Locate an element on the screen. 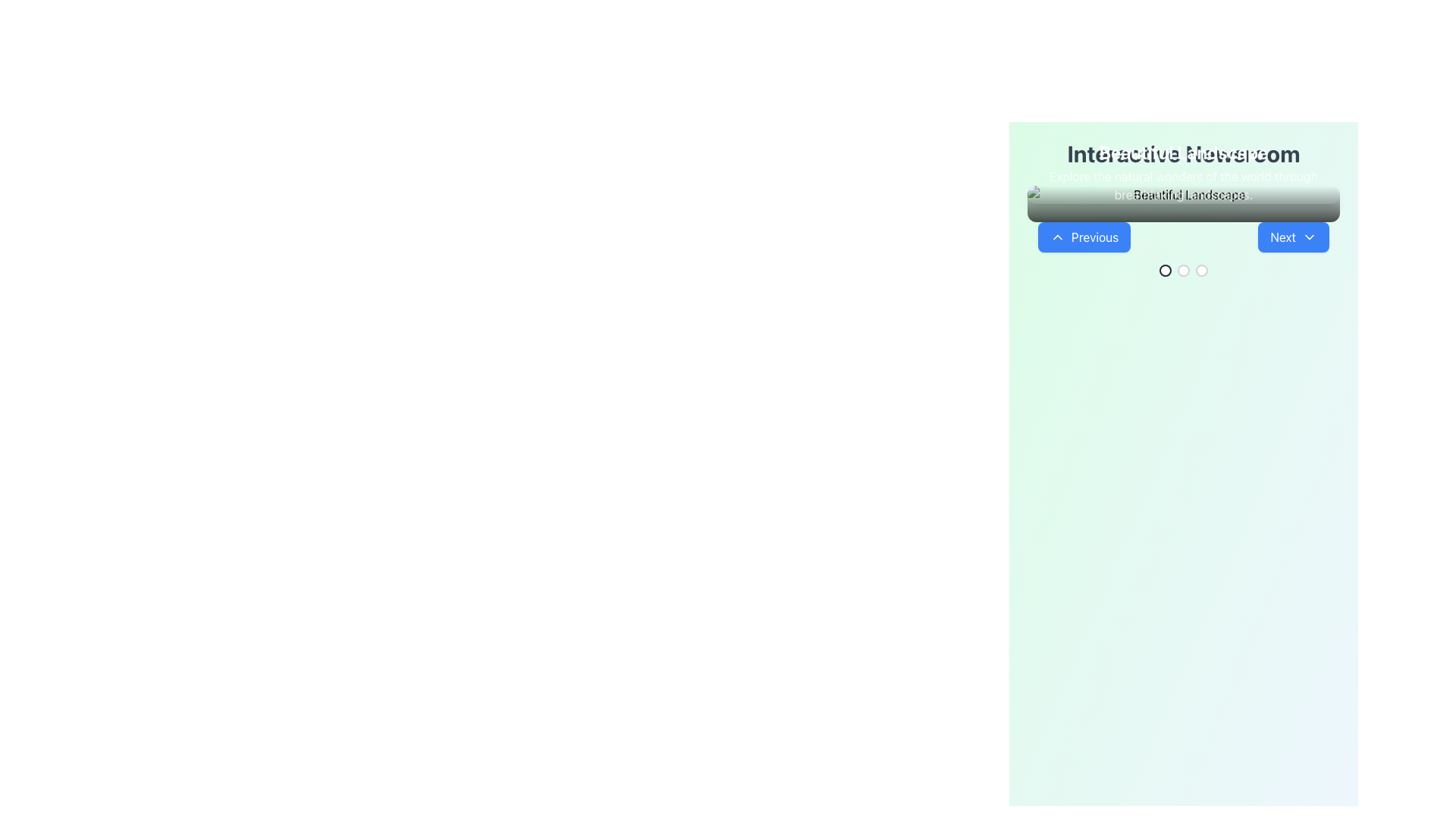  the chevron-up icon with white lines on a blue background, located to the left of the 'Previous' button is located at coordinates (1057, 237).